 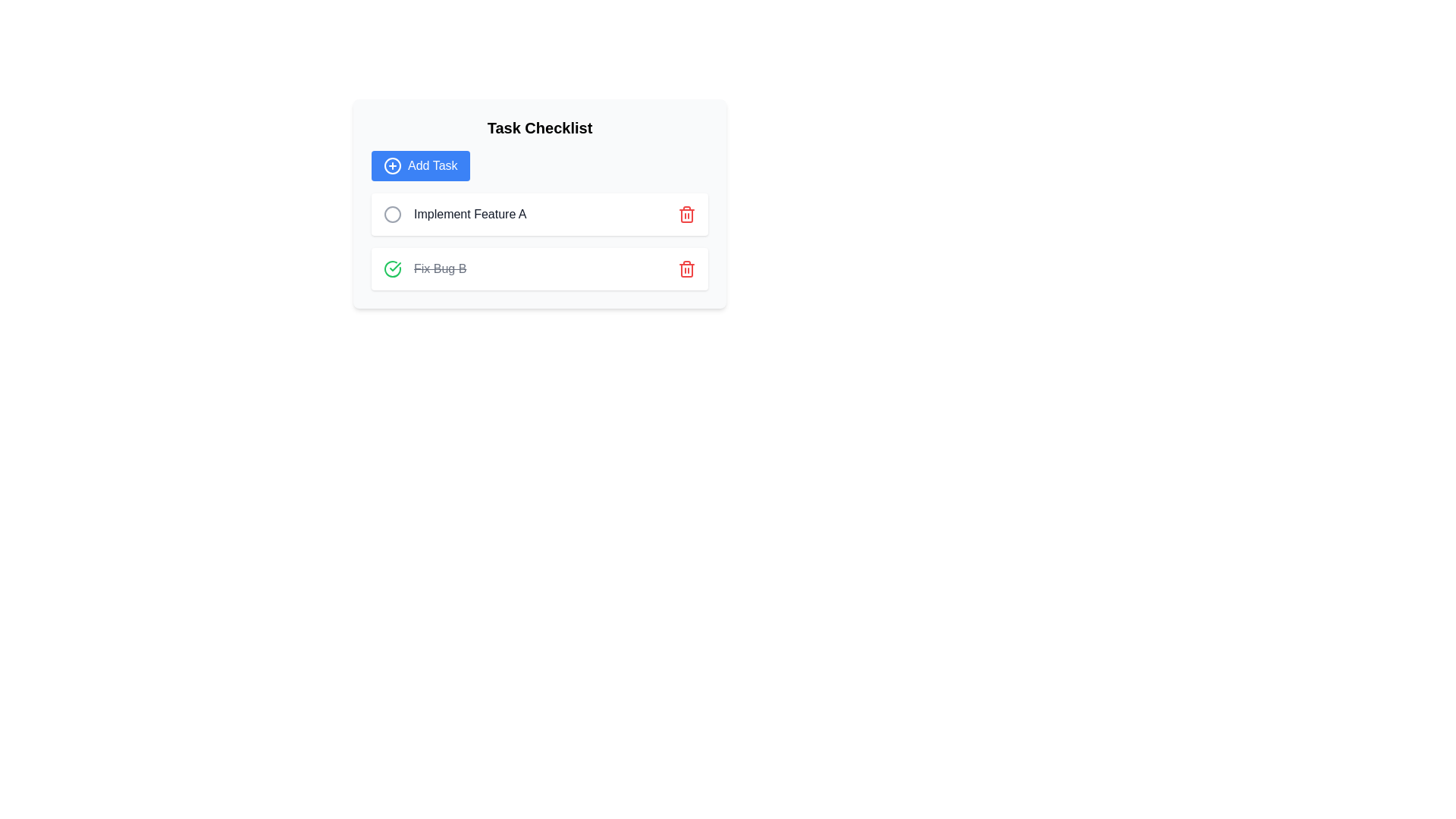 I want to click on the text label titled 'Implement Feature A', so click(x=454, y=214).